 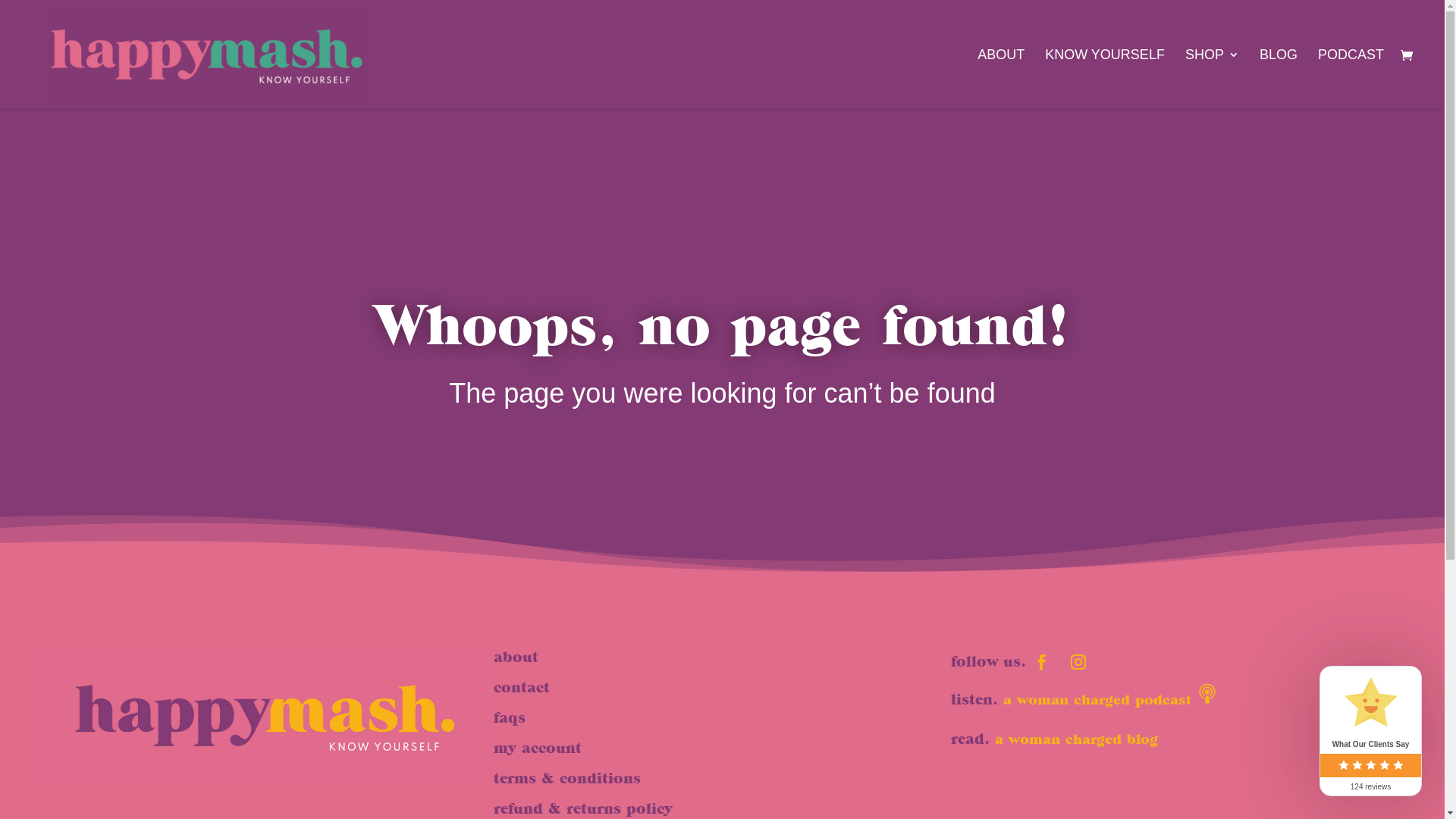 What do you see at coordinates (977, 79) in the screenshot?
I see `'ABOUT'` at bounding box center [977, 79].